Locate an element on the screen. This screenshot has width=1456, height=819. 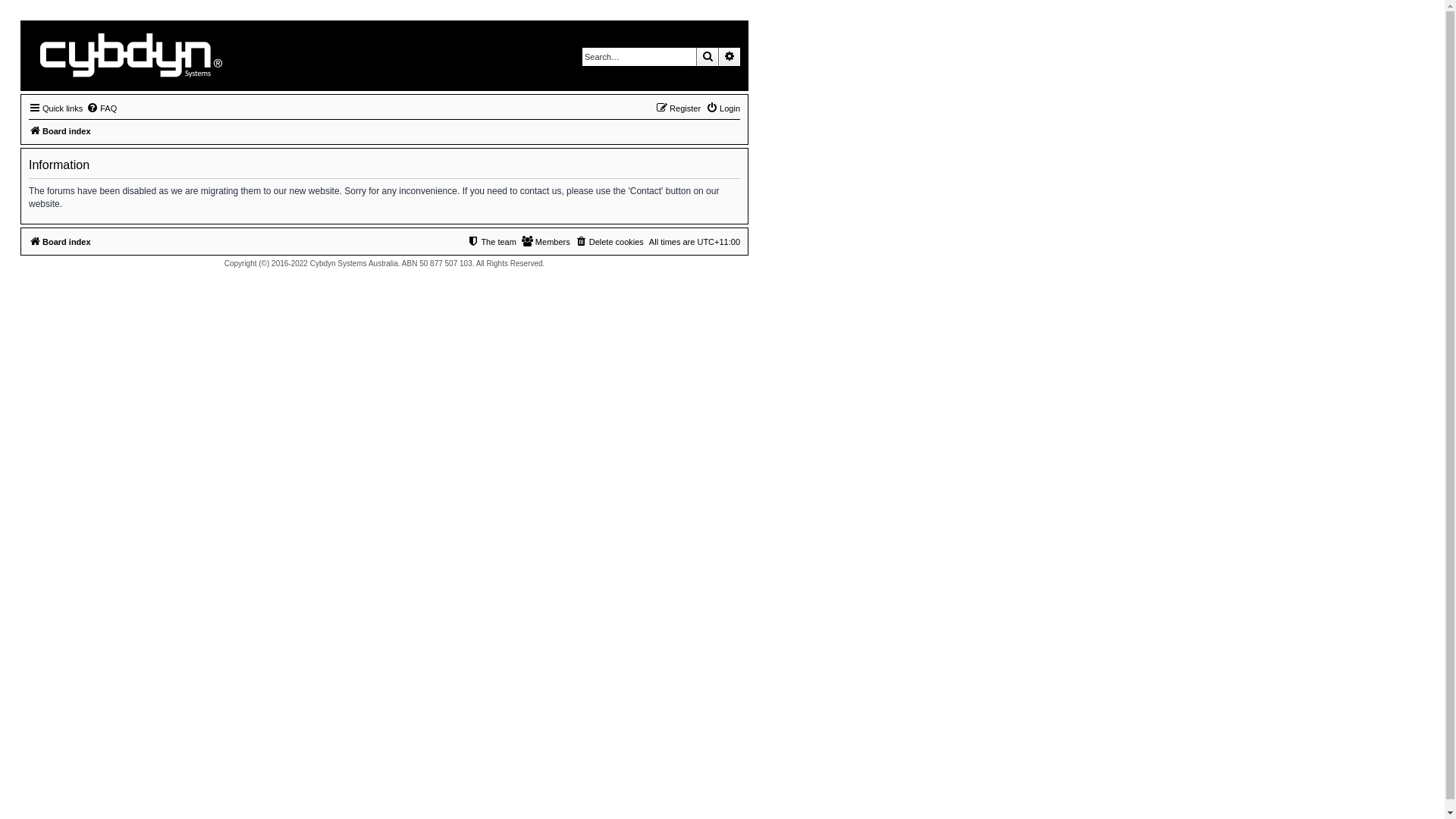
'Search for keywords' is located at coordinates (639, 55).